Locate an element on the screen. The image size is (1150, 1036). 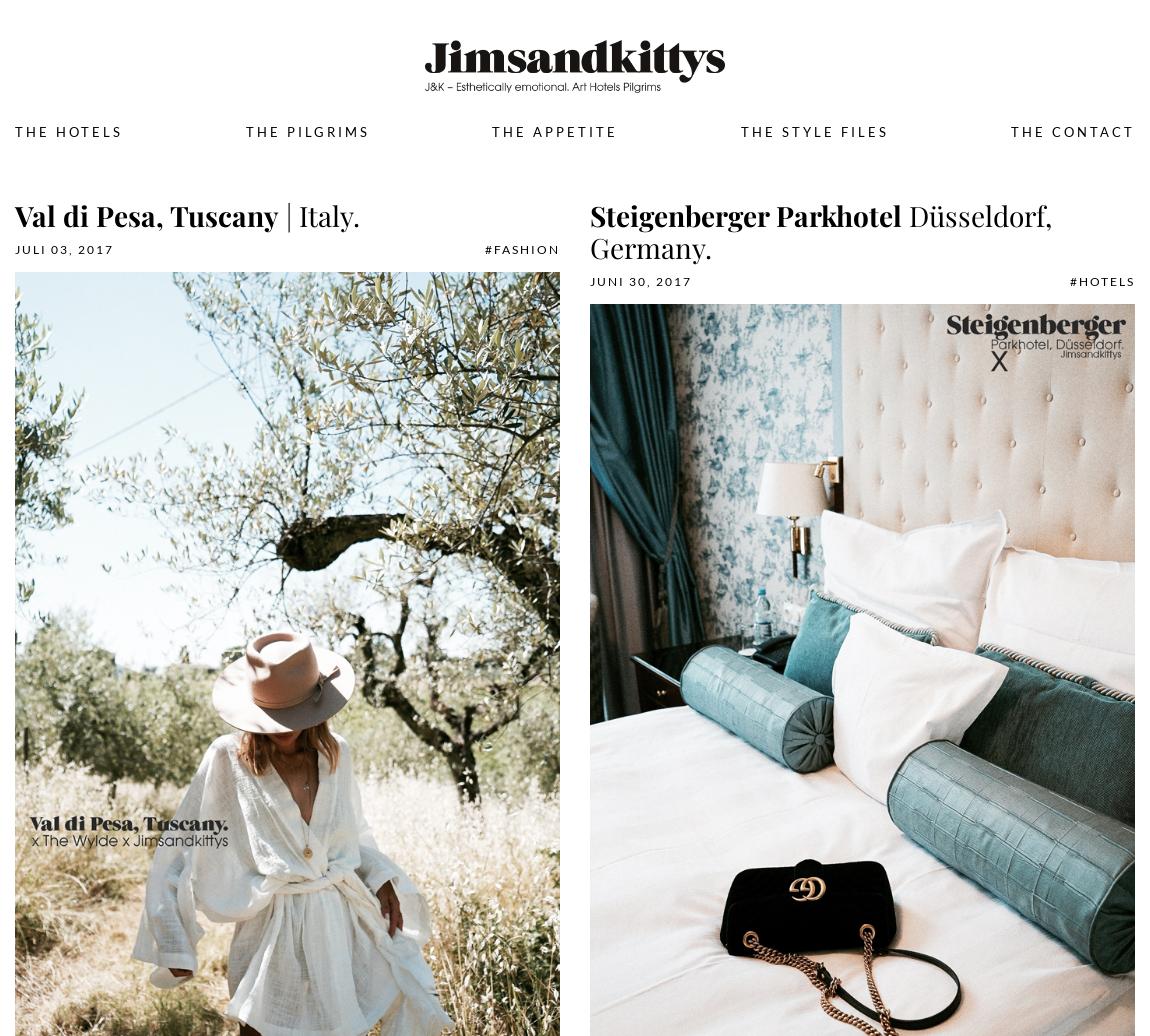
'Val di Pesa, Tuscany' is located at coordinates (145, 215).